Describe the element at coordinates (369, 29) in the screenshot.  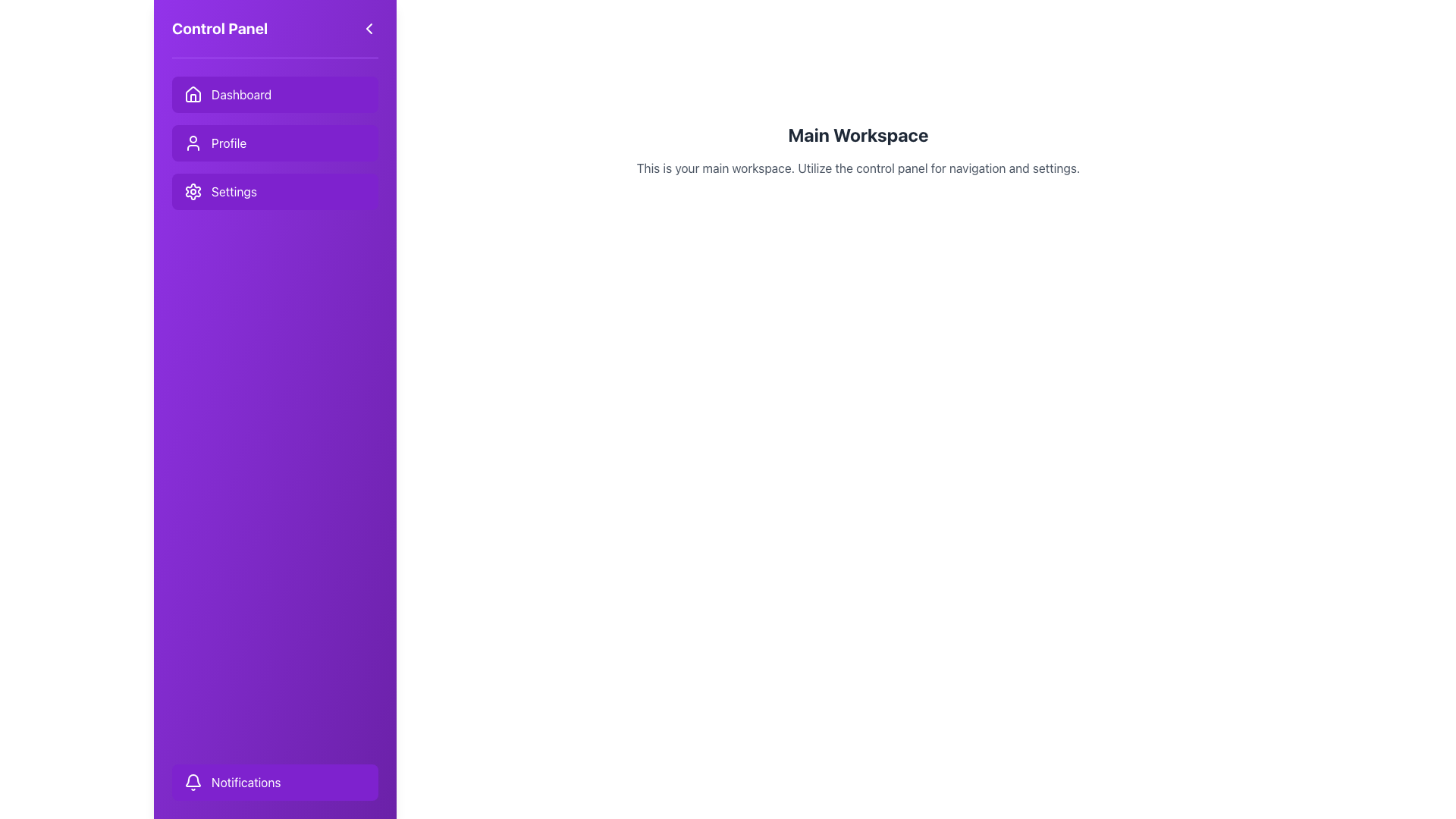
I see `the button located at the top-right corner of the purple control panel header, adjacent to the title text 'Control Panel'` at that location.